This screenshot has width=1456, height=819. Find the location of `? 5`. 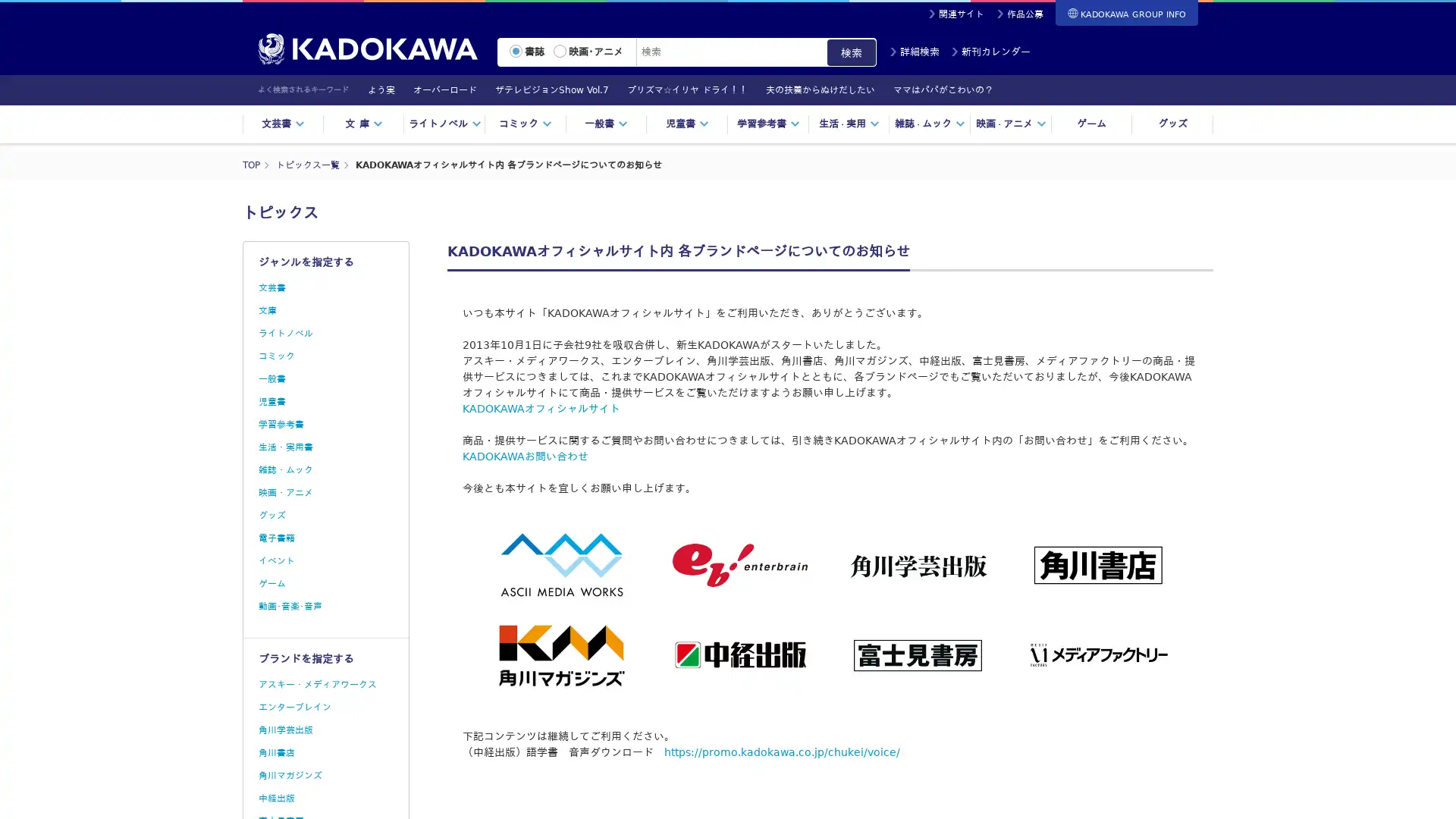

? 5 is located at coordinates (792, 114).